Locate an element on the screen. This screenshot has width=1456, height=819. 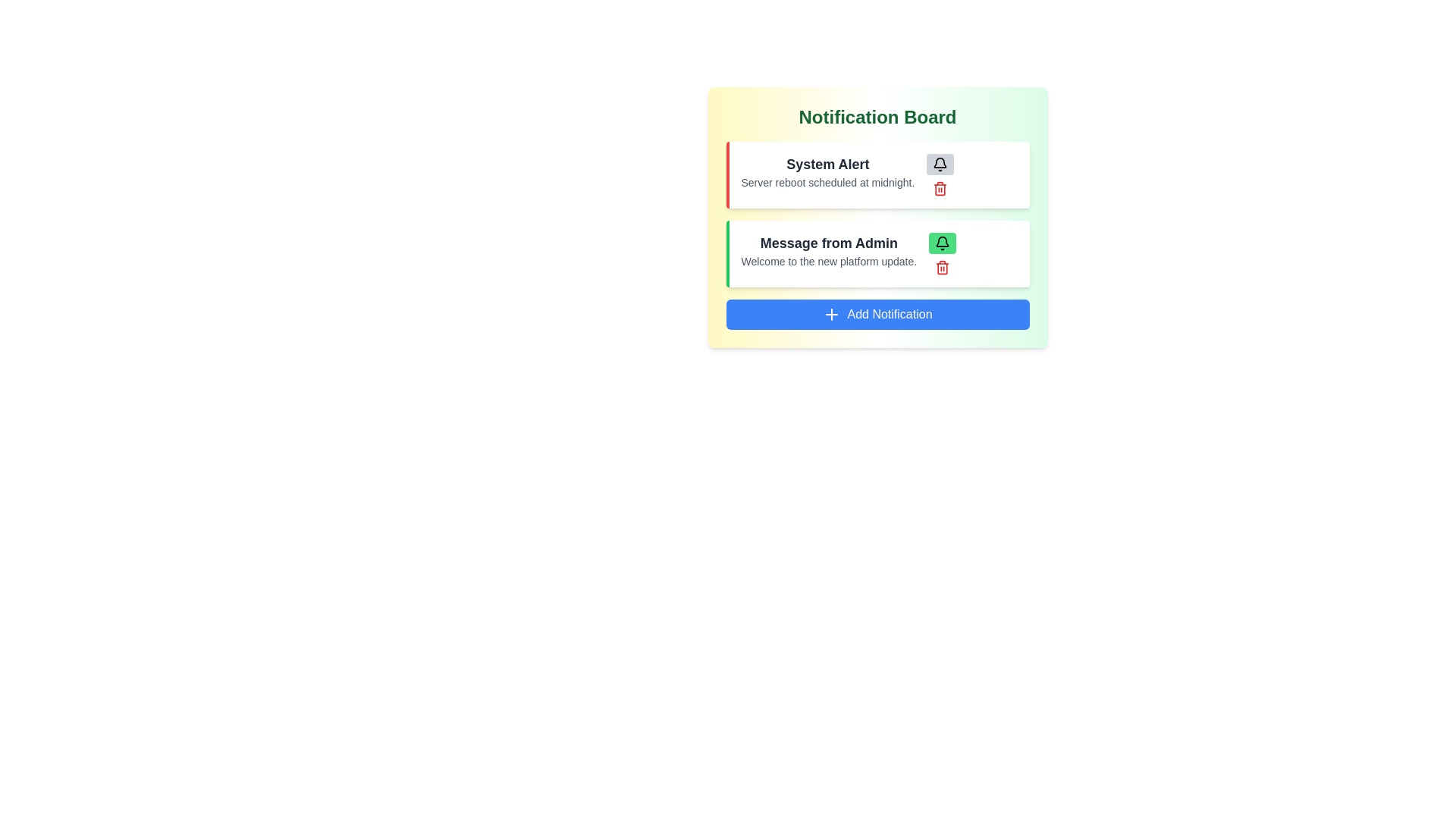
the 'Add Notification' button to initiate the process of adding a new notification is located at coordinates (877, 314).